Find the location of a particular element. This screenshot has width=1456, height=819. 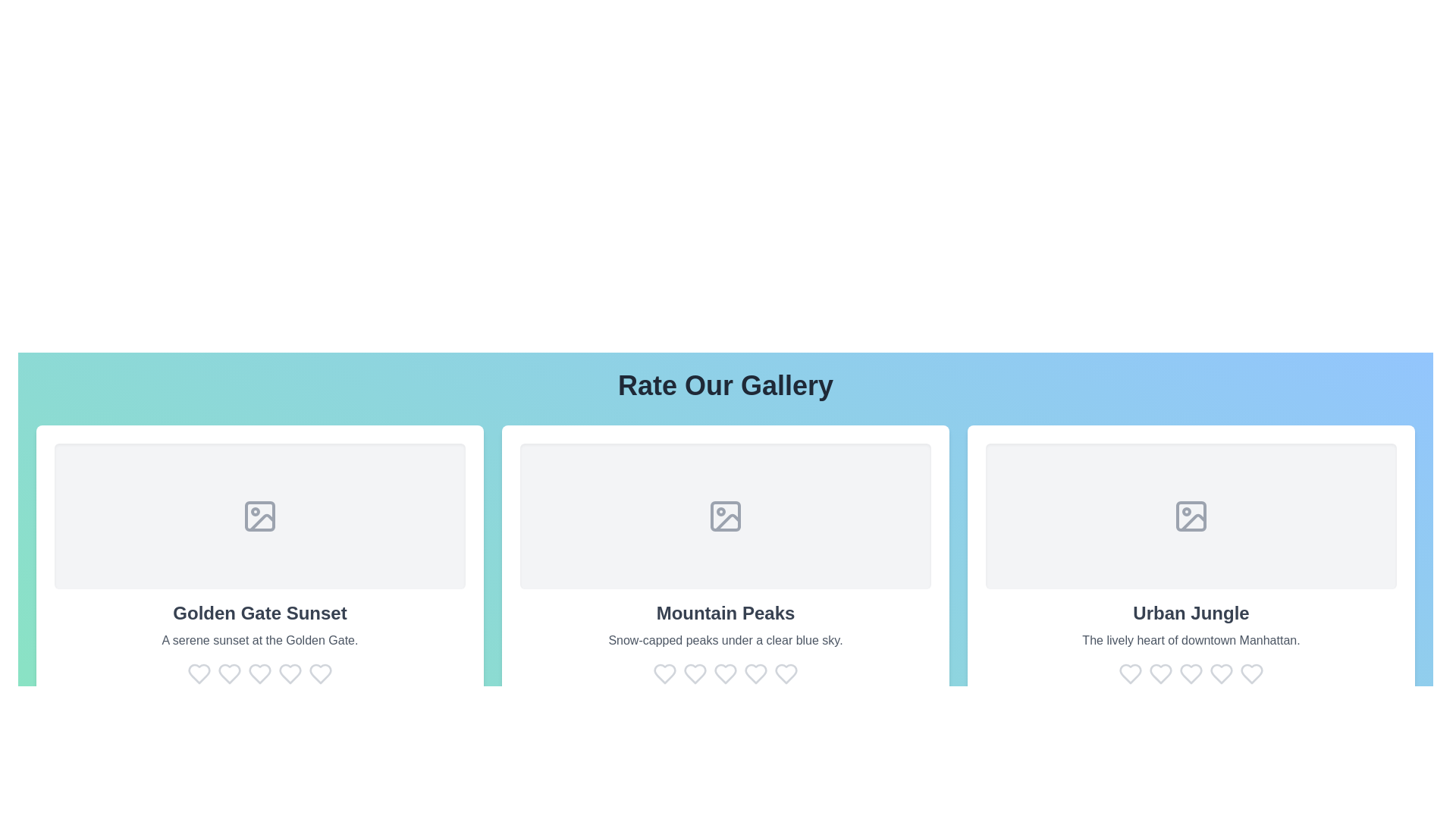

the image placeholder for Golden Gate Sunset is located at coordinates (259, 516).